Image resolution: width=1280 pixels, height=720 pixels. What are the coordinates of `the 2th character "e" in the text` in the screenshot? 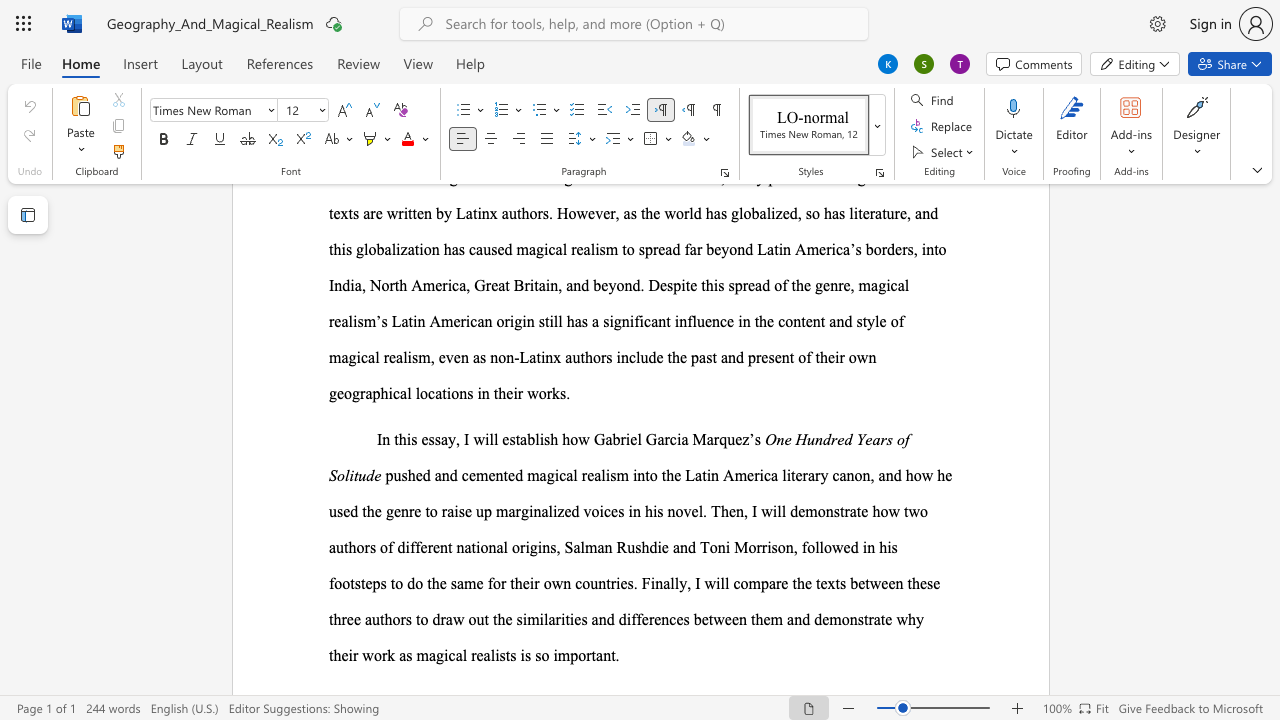 It's located at (480, 655).